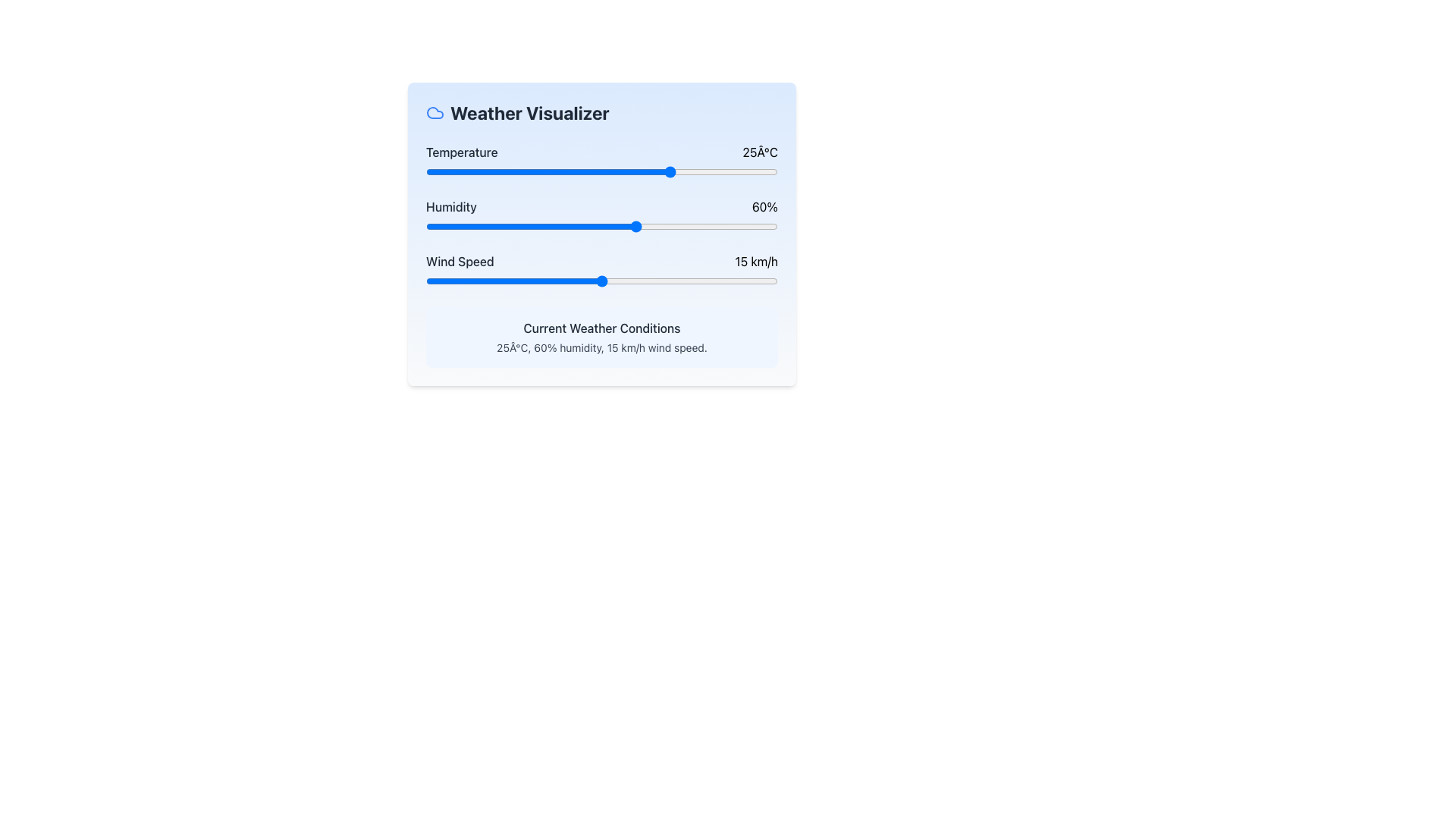 The image size is (1456, 819). I want to click on wind speed, so click(755, 281).